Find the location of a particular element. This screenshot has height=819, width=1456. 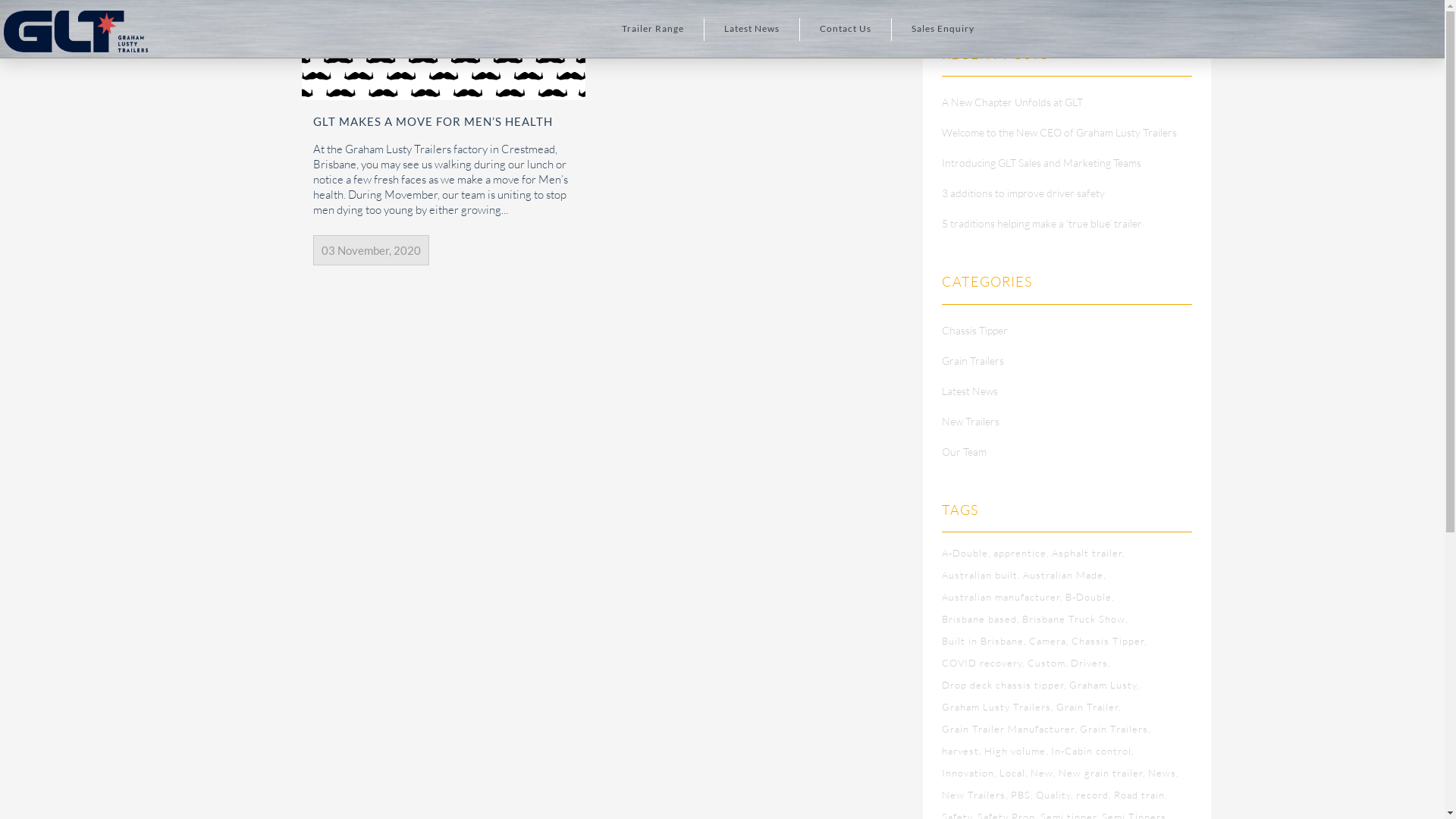

'High volume' is located at coordinates (1016, 751).